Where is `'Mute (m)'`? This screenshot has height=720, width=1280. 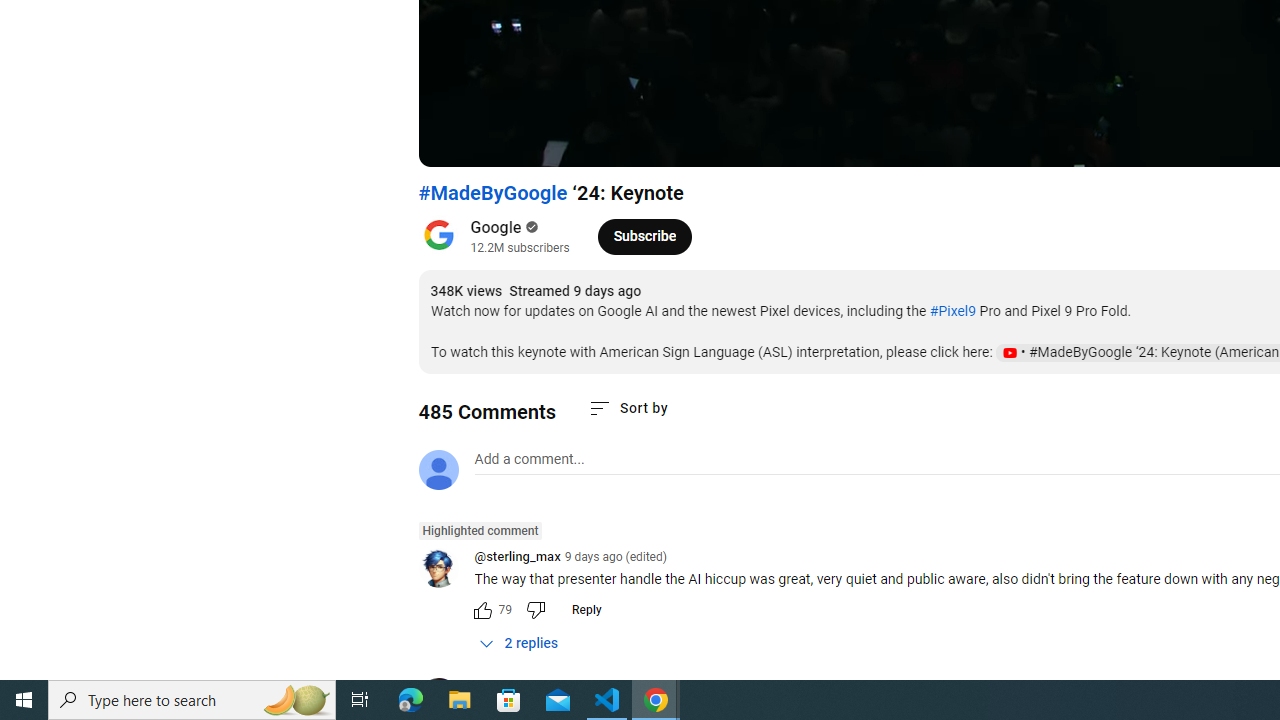 'Mute (m)' is located at coordinates (548, 141).